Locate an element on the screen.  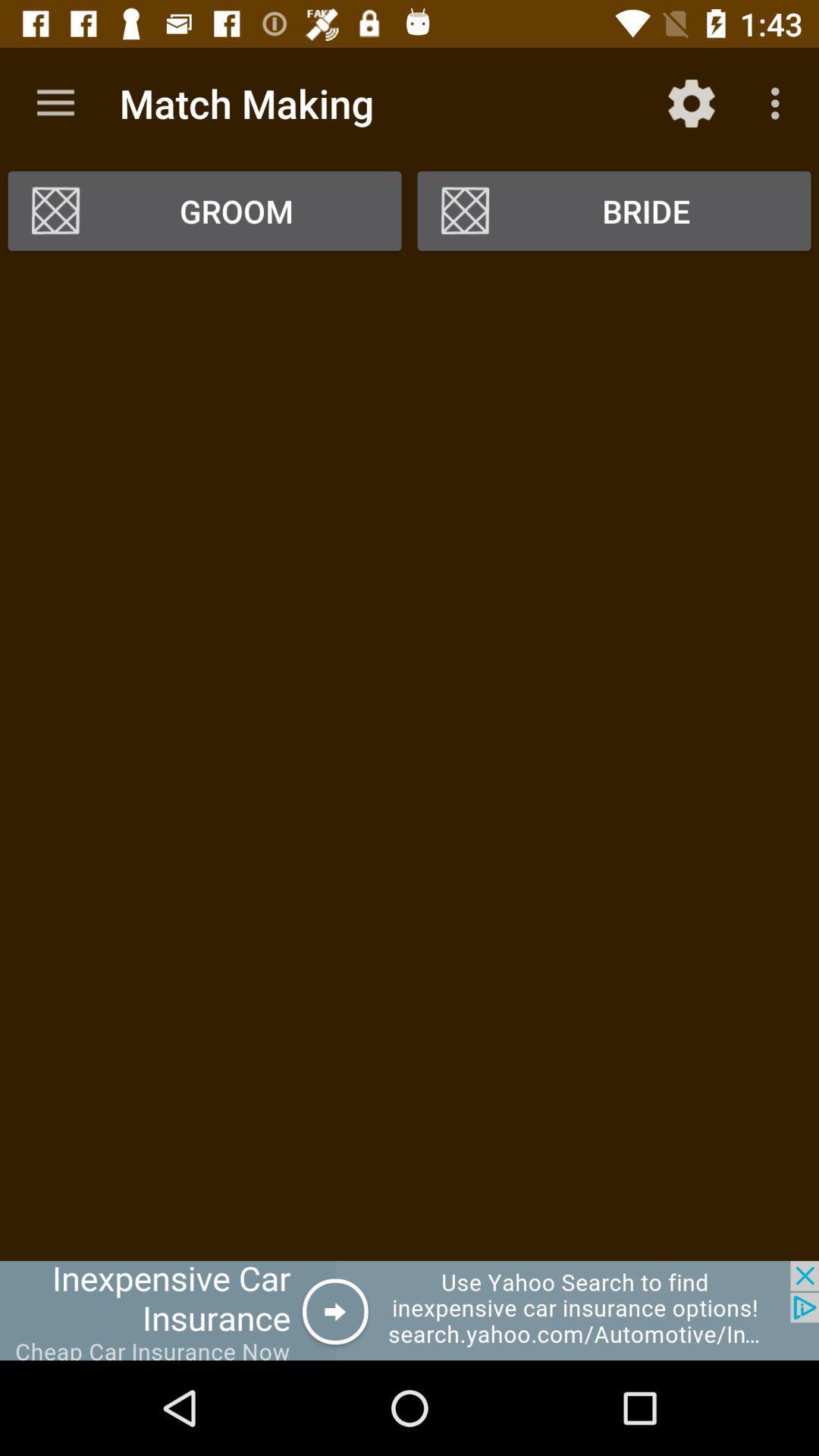
open advertisement is located at coordinates (409, 1310).